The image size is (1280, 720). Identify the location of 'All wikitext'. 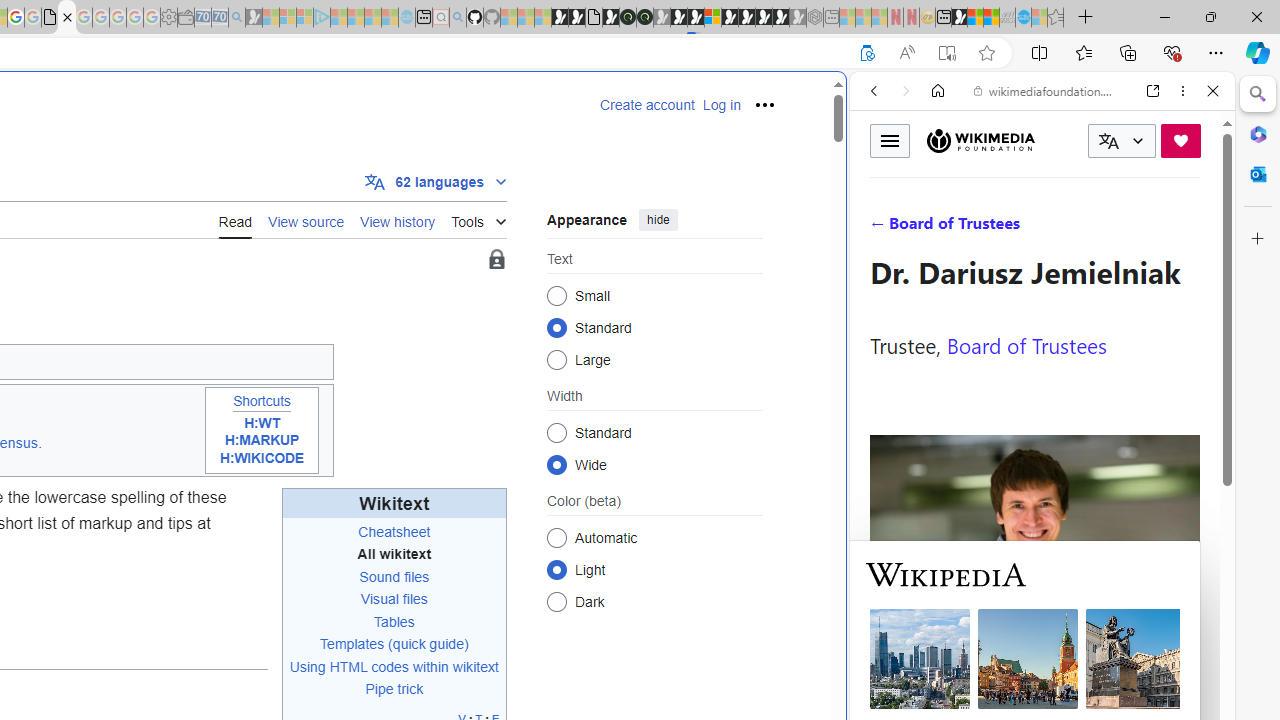
(394, 554).